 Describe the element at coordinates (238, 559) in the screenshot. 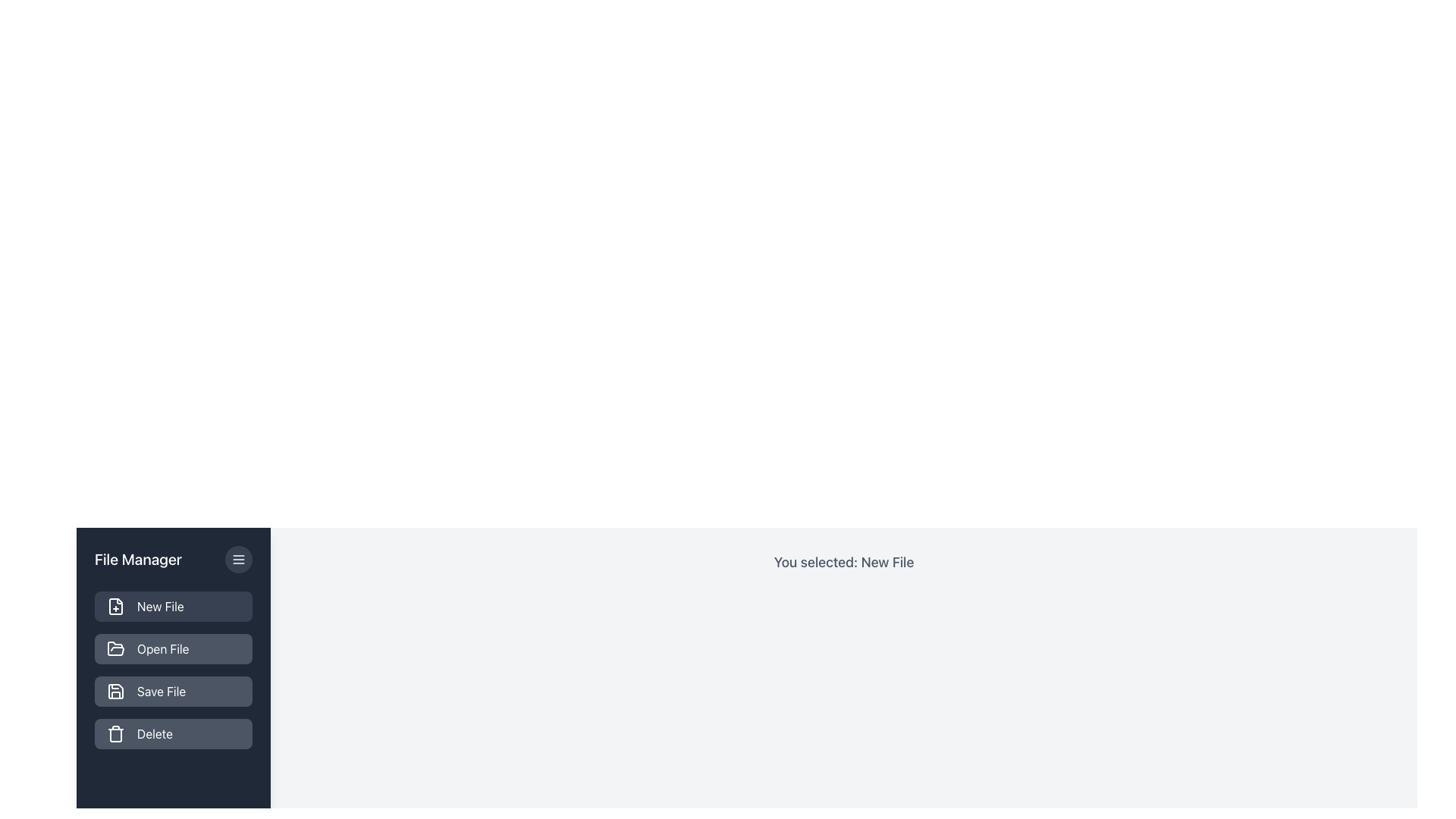

I see `the hamburger menu icon button located in the top-right corner of the left-side menu panel` at that location.